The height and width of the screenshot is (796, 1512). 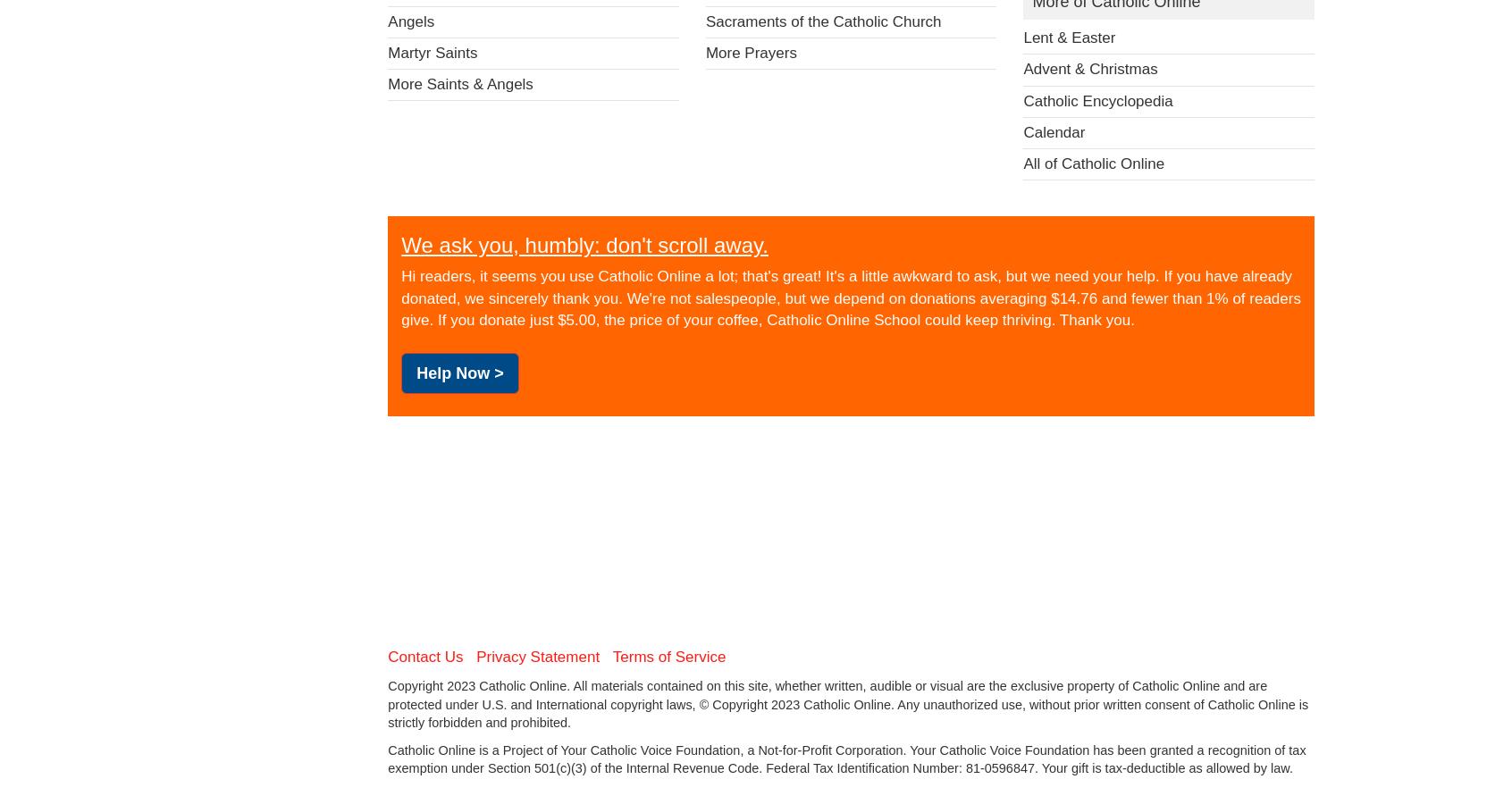 I want to click on 'More Prayers', so click(x=704, y=52).